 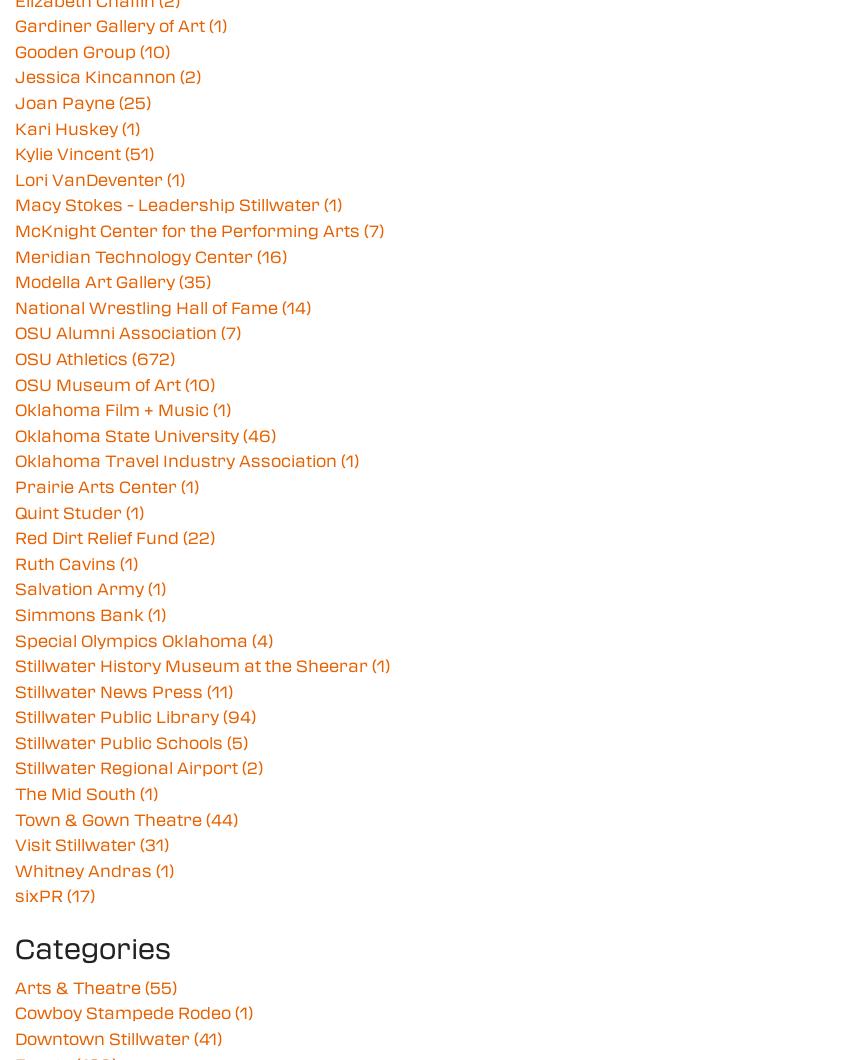 I want to click on '(35)', so click(x=194, y=281).